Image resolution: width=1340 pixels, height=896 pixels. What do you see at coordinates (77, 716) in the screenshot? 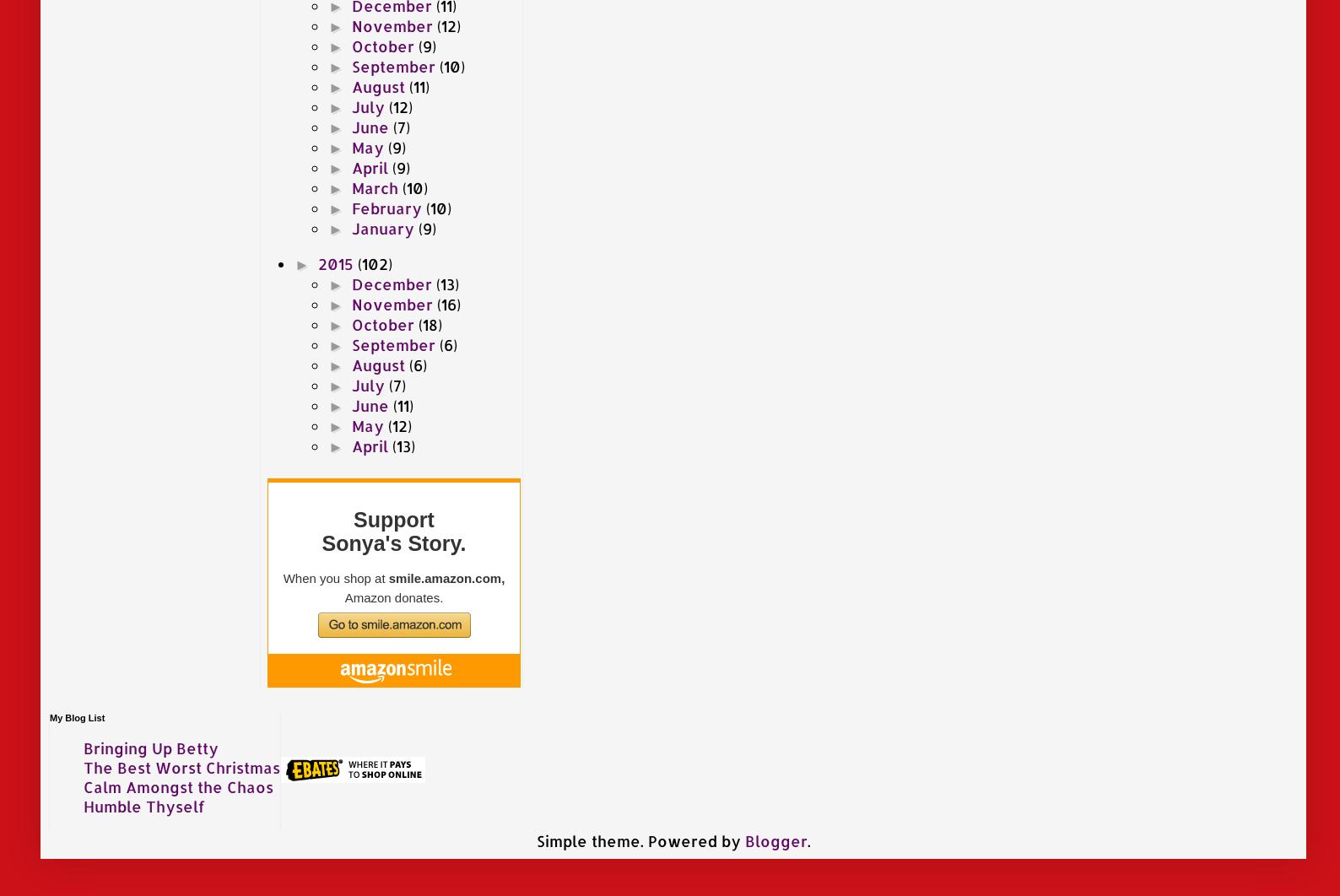
I see `'My Blog List'` at bounding box center [77, 716].